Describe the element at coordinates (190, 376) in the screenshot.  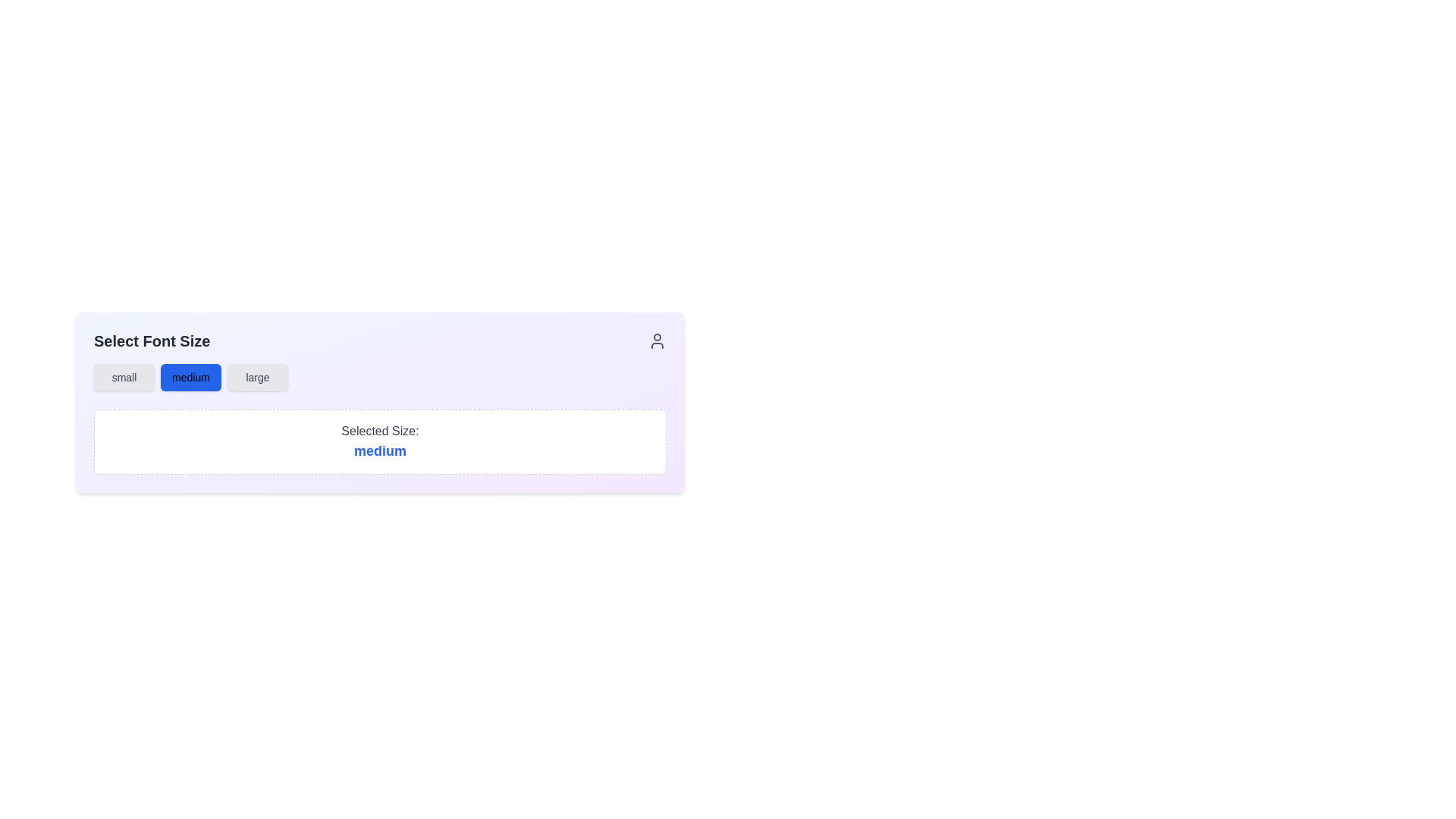
I see `the rectangular button labeled 'medium' with a blue background and white text, which is the second button in the size selection group in the 'Select Font Size' section` at that location.